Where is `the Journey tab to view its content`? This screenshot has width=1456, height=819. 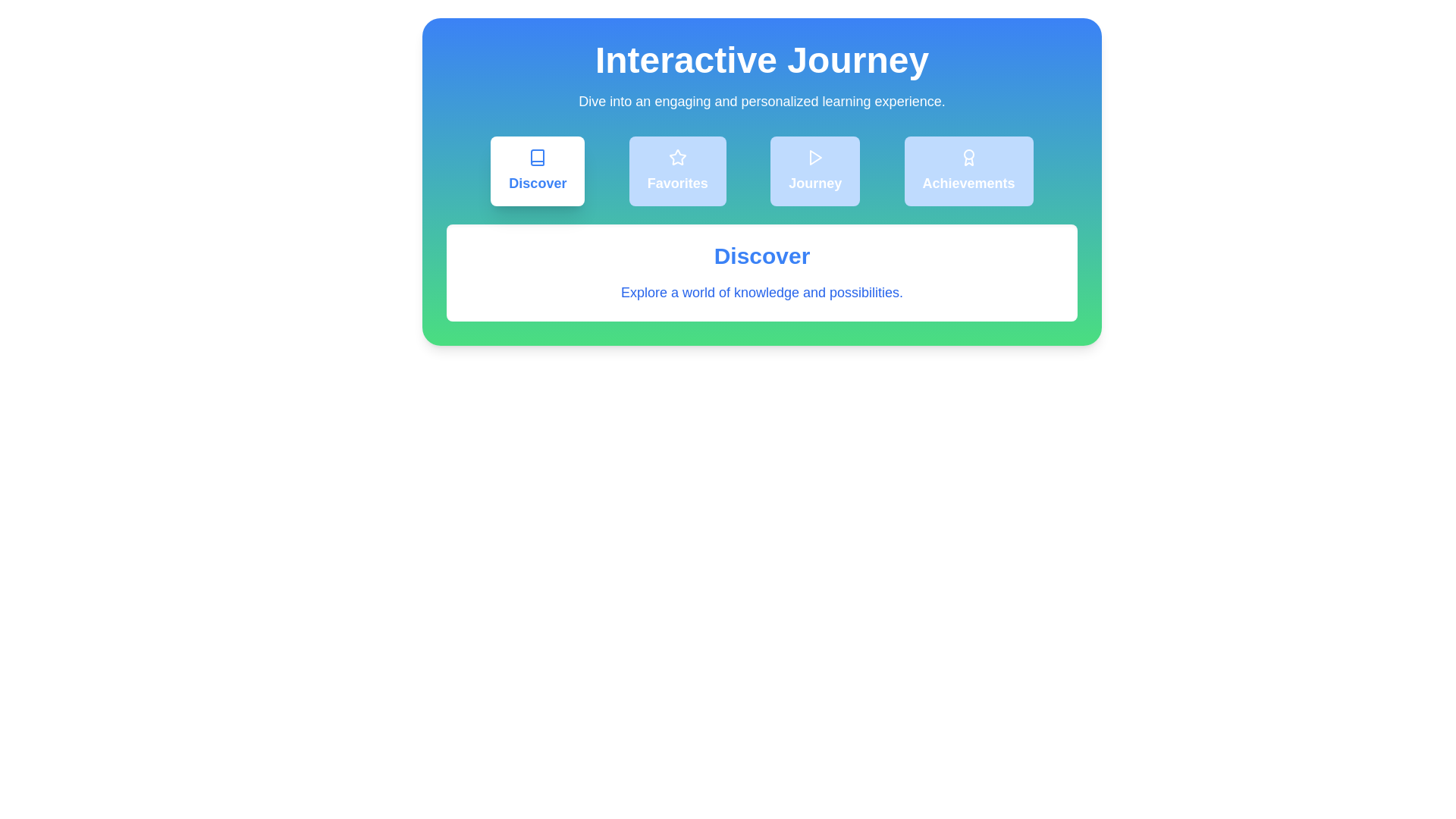
the Journey tab to view its content is located at coordinates (814, 171).